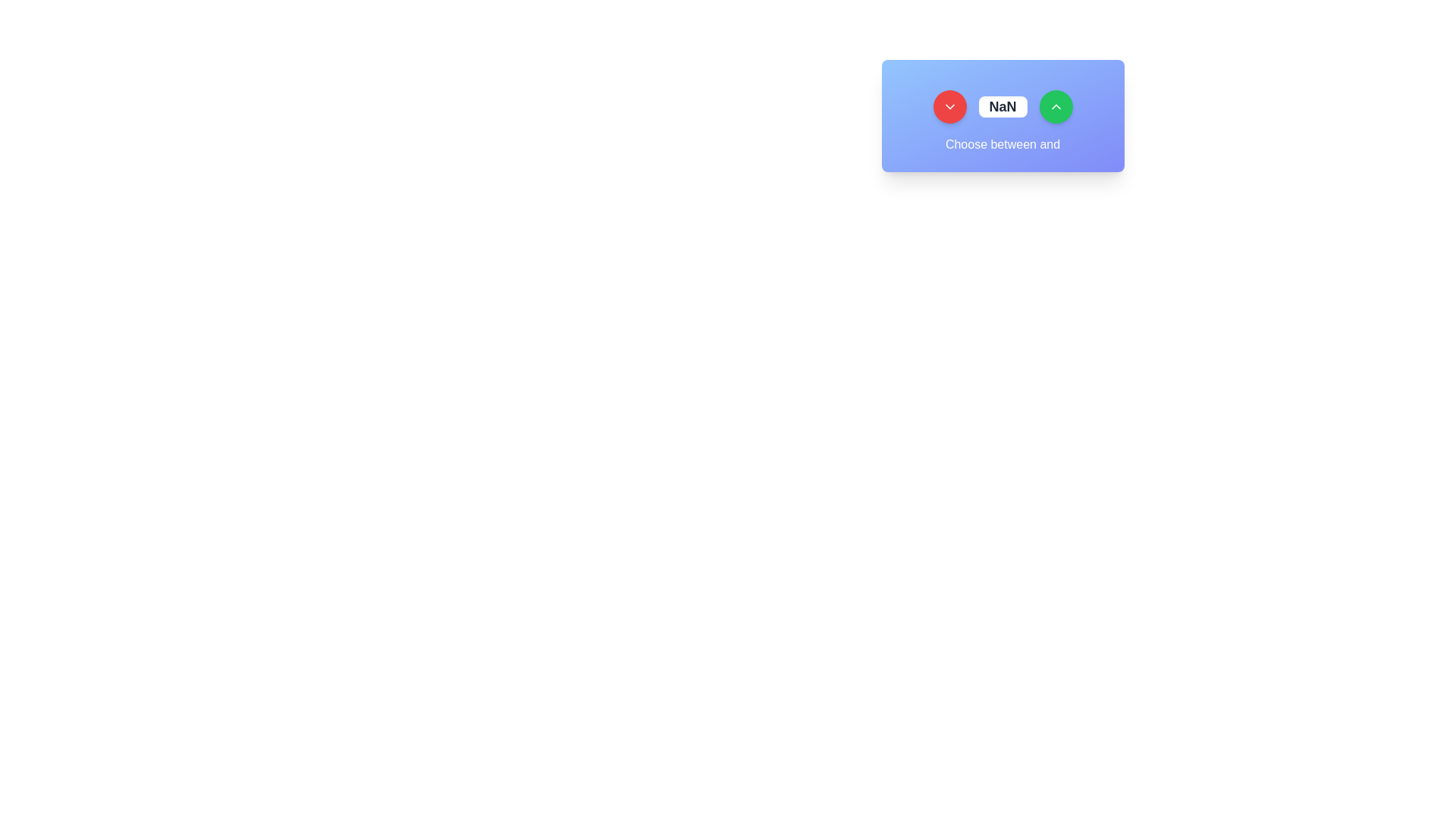 The image size is (1456, 819). Describe the element at coordinates (1055, 106) in the screenshot. I see `the circular increment button located to the far right of a row, adjacent to the text box displaying 'NaN'` at that location.